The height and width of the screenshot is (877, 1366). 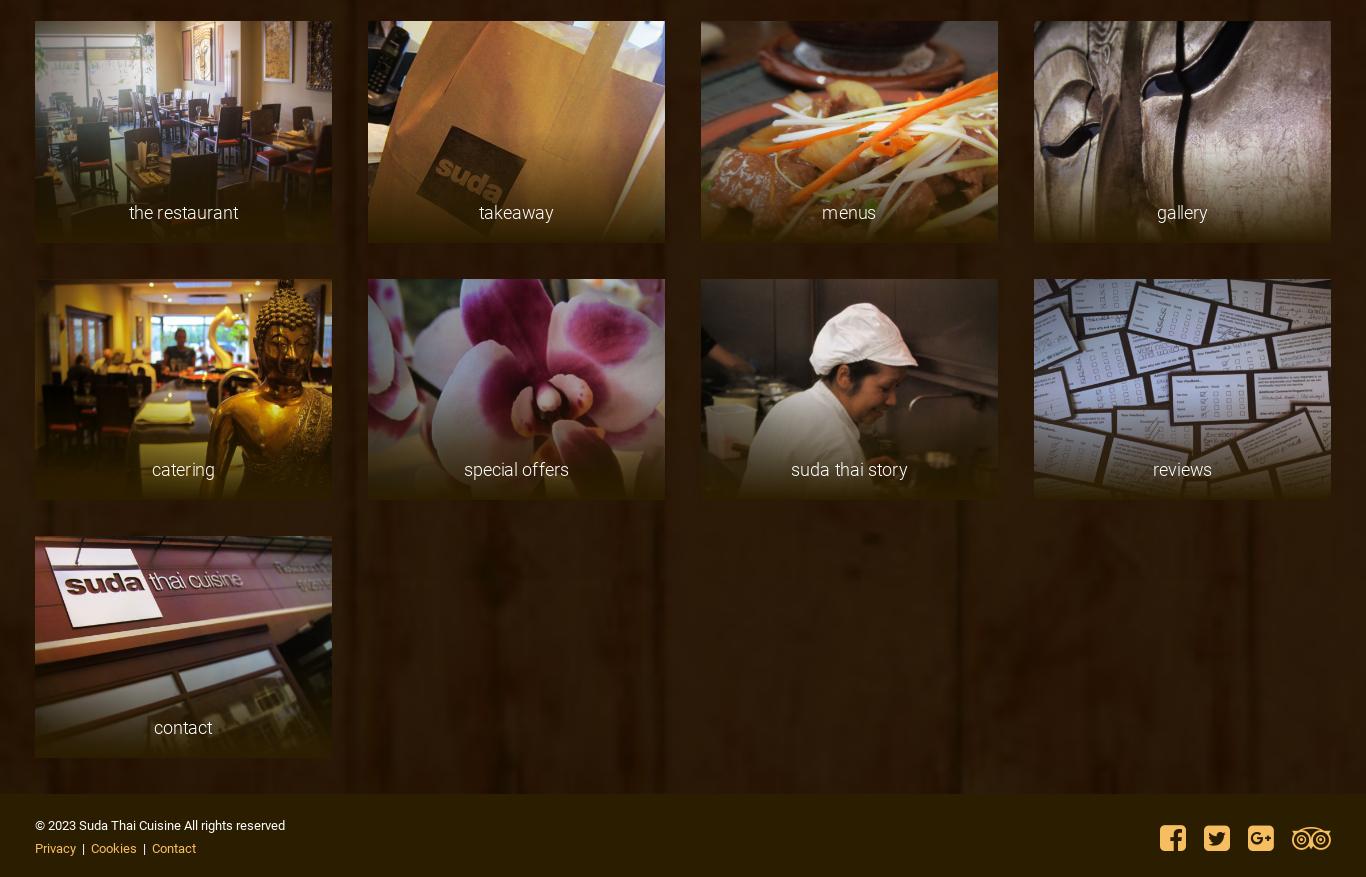 What do you see at coordinates (515, 210) in the screenshot?
I see `'takeaway'` at bounding box center [515, 210].